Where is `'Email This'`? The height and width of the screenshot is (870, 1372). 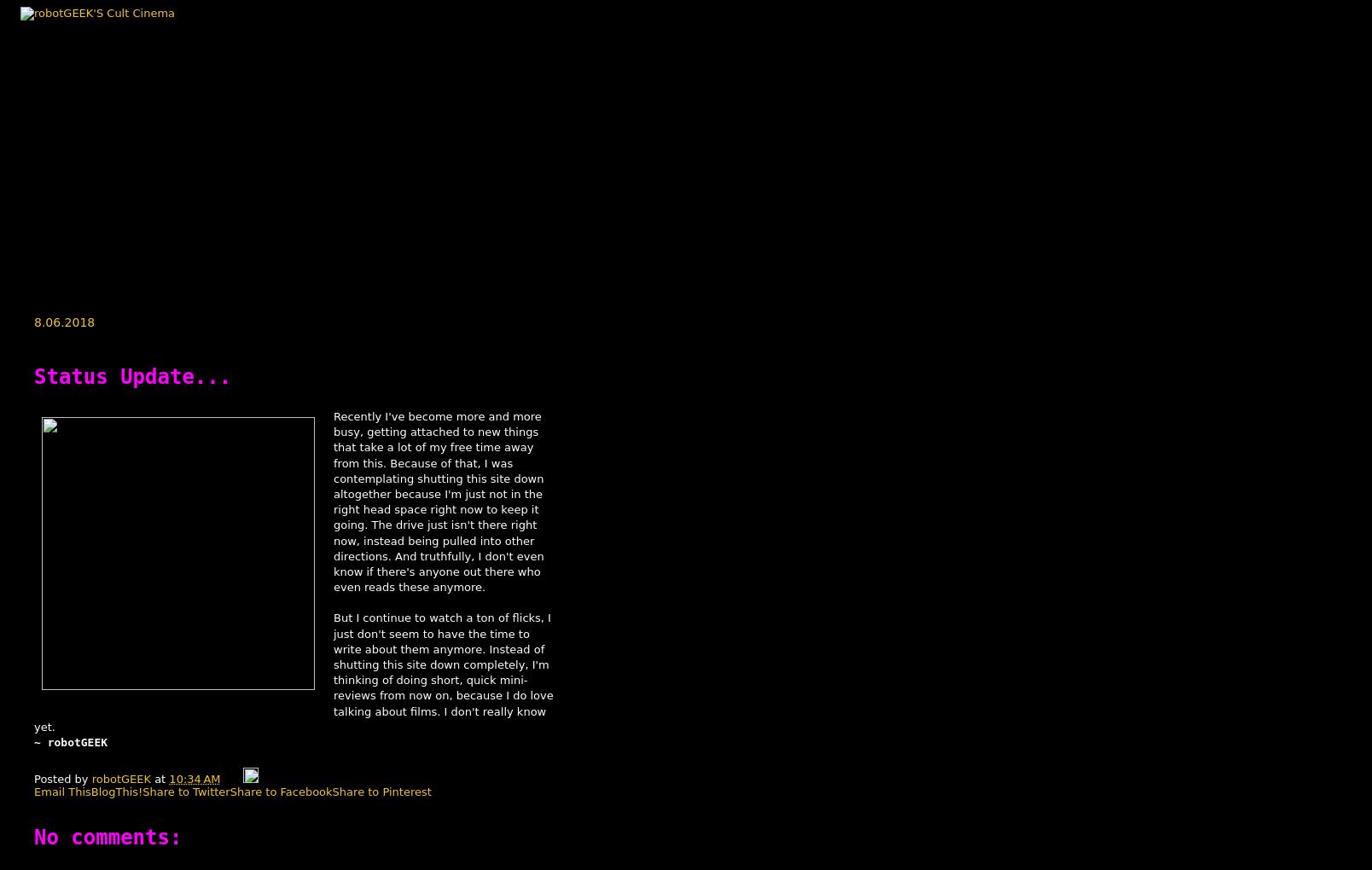
'Email This' is located at coordinates (62, 791).